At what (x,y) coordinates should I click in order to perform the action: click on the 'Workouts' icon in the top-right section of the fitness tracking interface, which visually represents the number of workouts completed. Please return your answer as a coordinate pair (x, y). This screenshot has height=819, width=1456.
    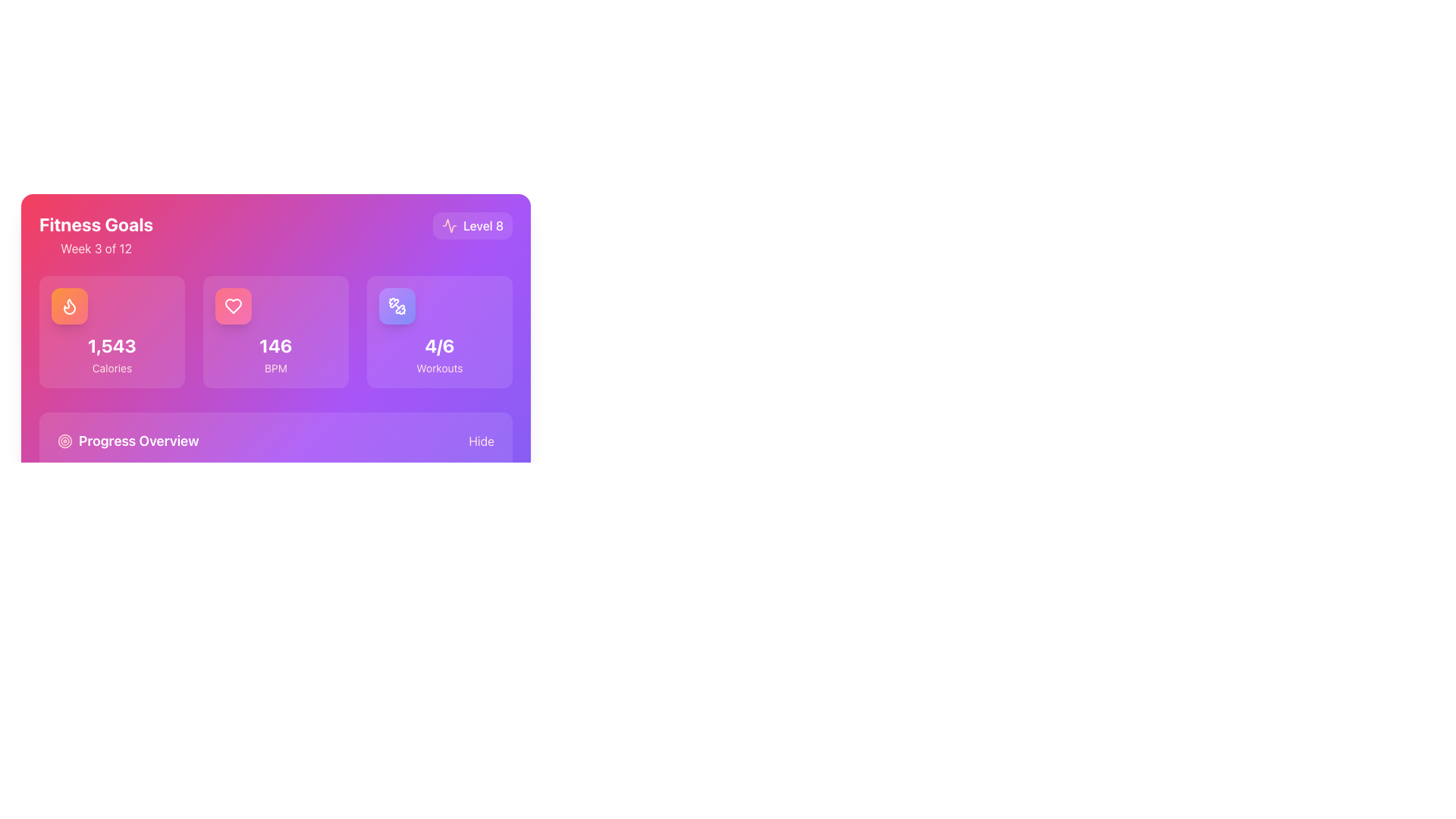
    Looking at the image, I should click on (397, 306).